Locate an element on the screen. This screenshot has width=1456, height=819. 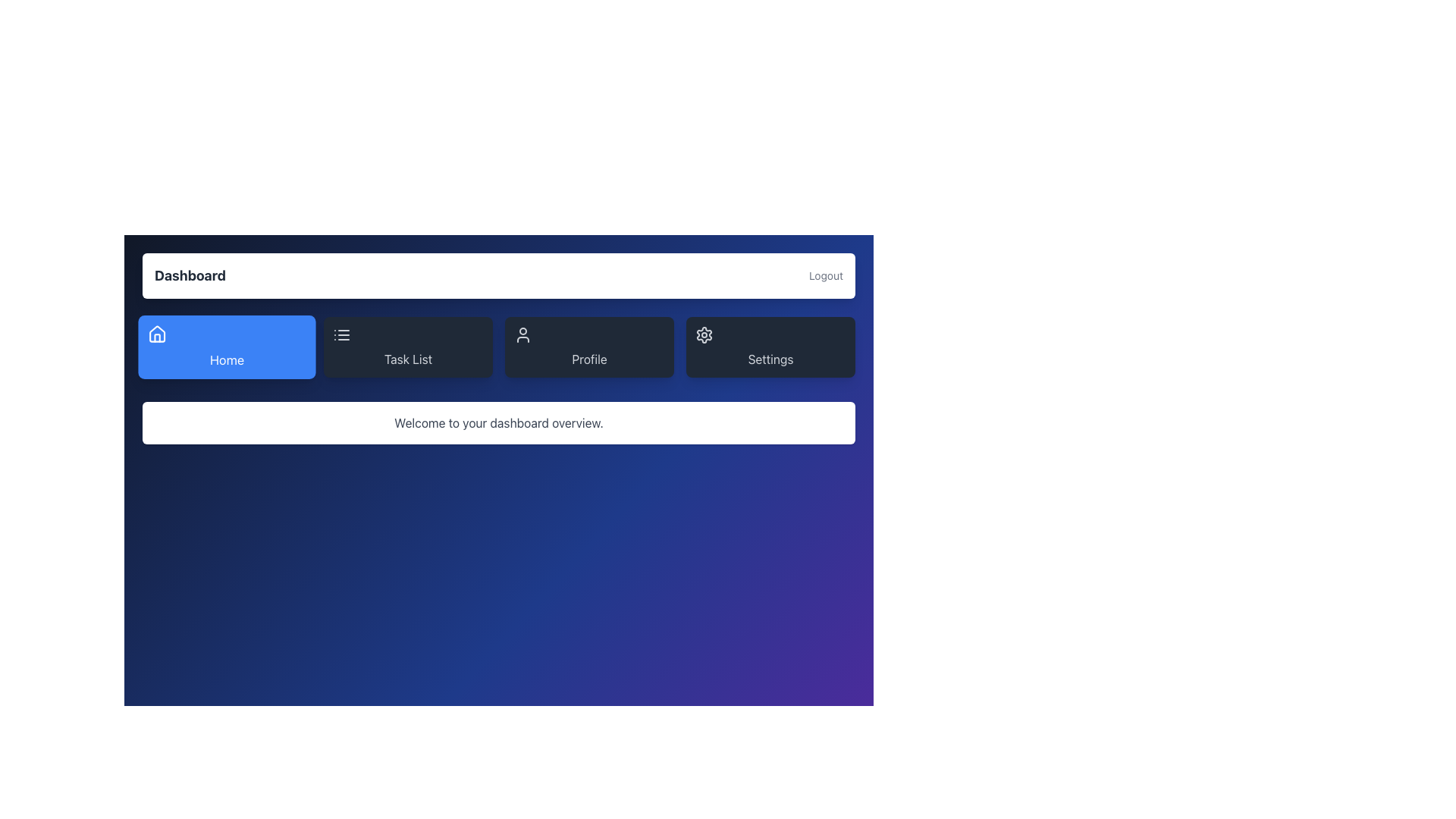
the 'Task List' icon, which is the second icon in the horizontal navigation bar below the header, positioned between the 'Home' and 'Profile' buttons is located at coordinates (341, 334).